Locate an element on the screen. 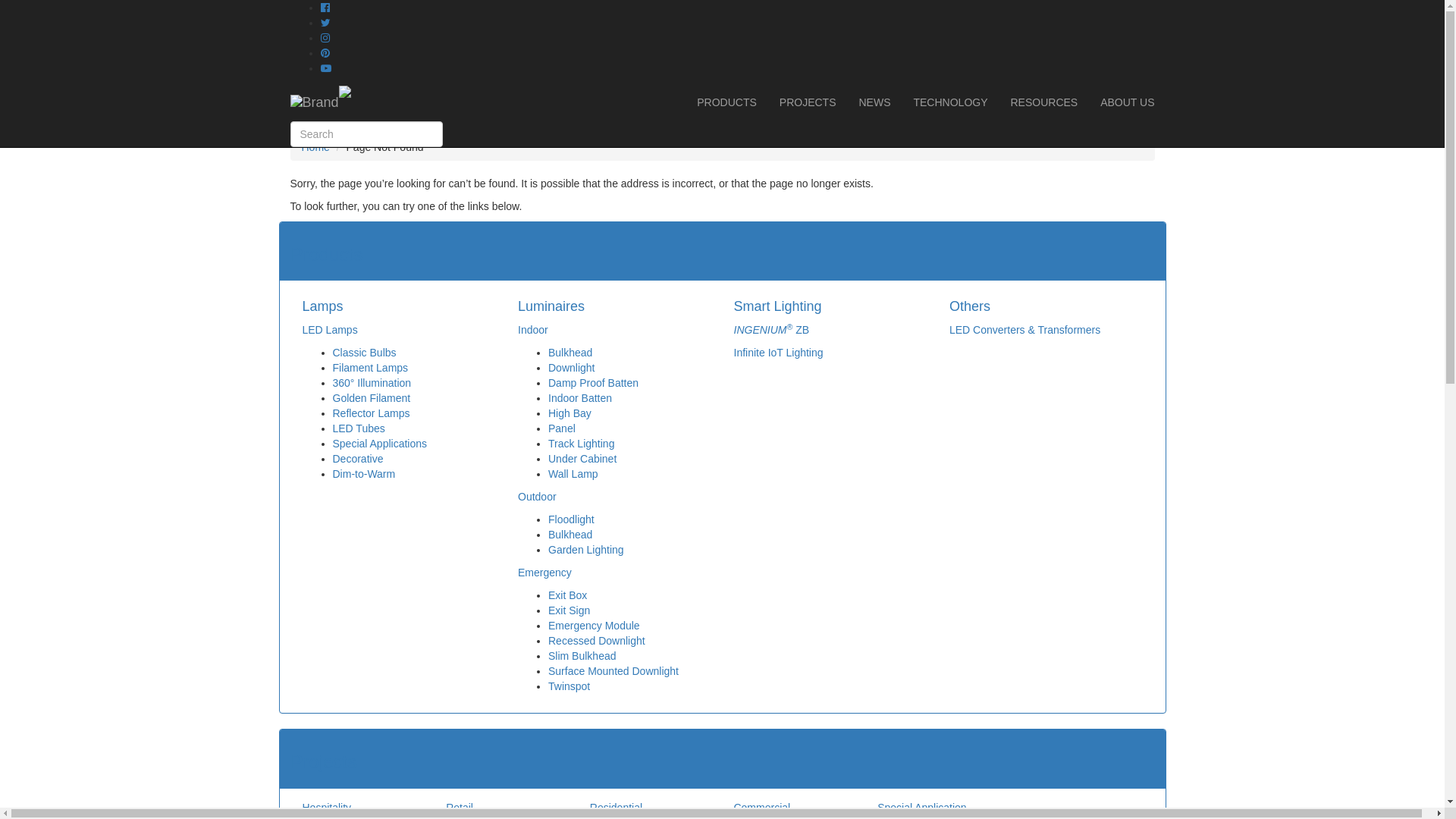 The height and width of the screenshot is (819, 1456). 'Indoor Batten' is located at coordinates (579, 397).